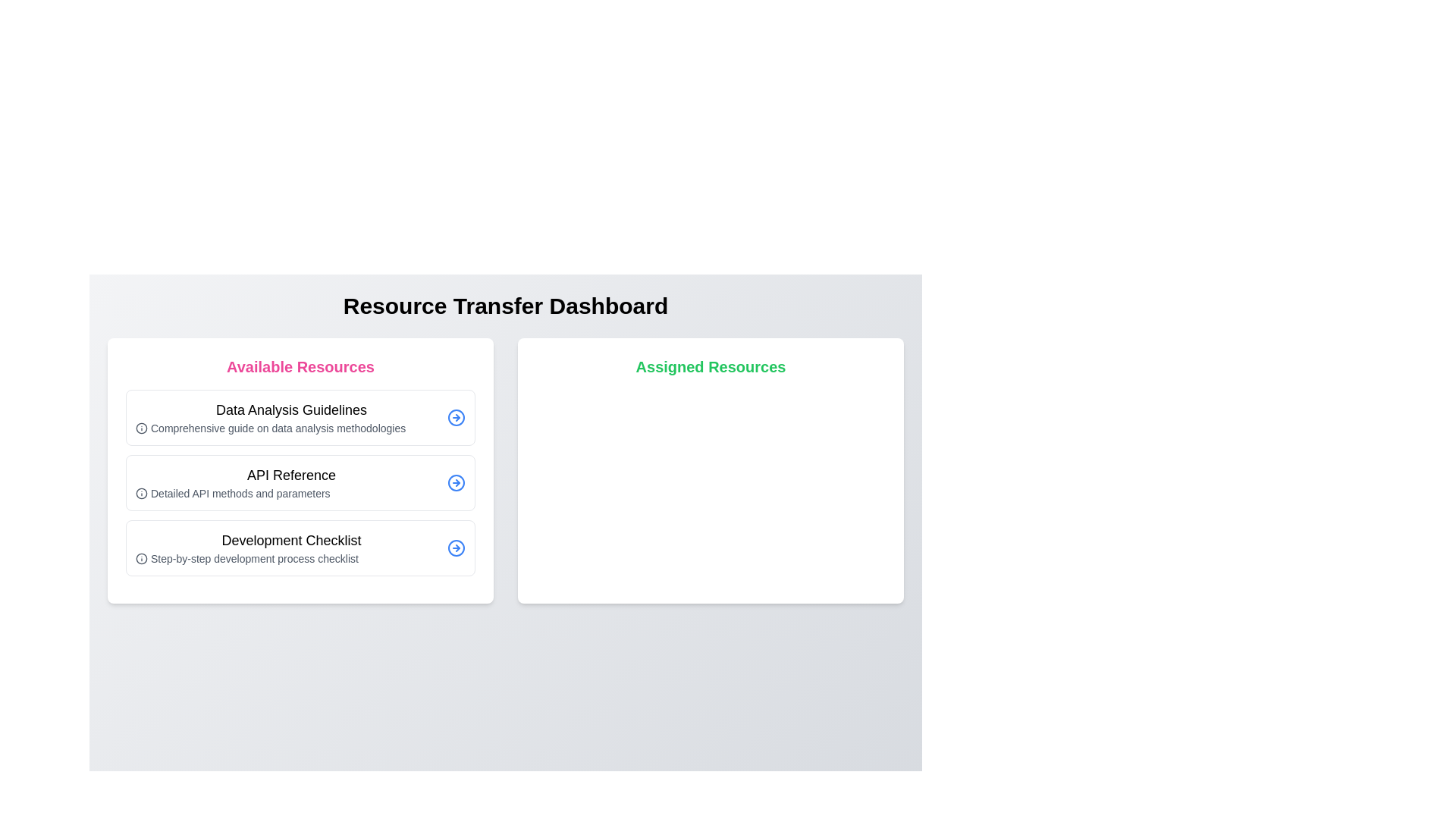 The image size is (1456, 819). Describe the element at coordinates (291, 558) in the screenshot. I see `the text label that reads 'Step-by-step development process checklist' located in the 'Development Checklist' section of the 'Resource Transfer Dashboard' interface` at that location.